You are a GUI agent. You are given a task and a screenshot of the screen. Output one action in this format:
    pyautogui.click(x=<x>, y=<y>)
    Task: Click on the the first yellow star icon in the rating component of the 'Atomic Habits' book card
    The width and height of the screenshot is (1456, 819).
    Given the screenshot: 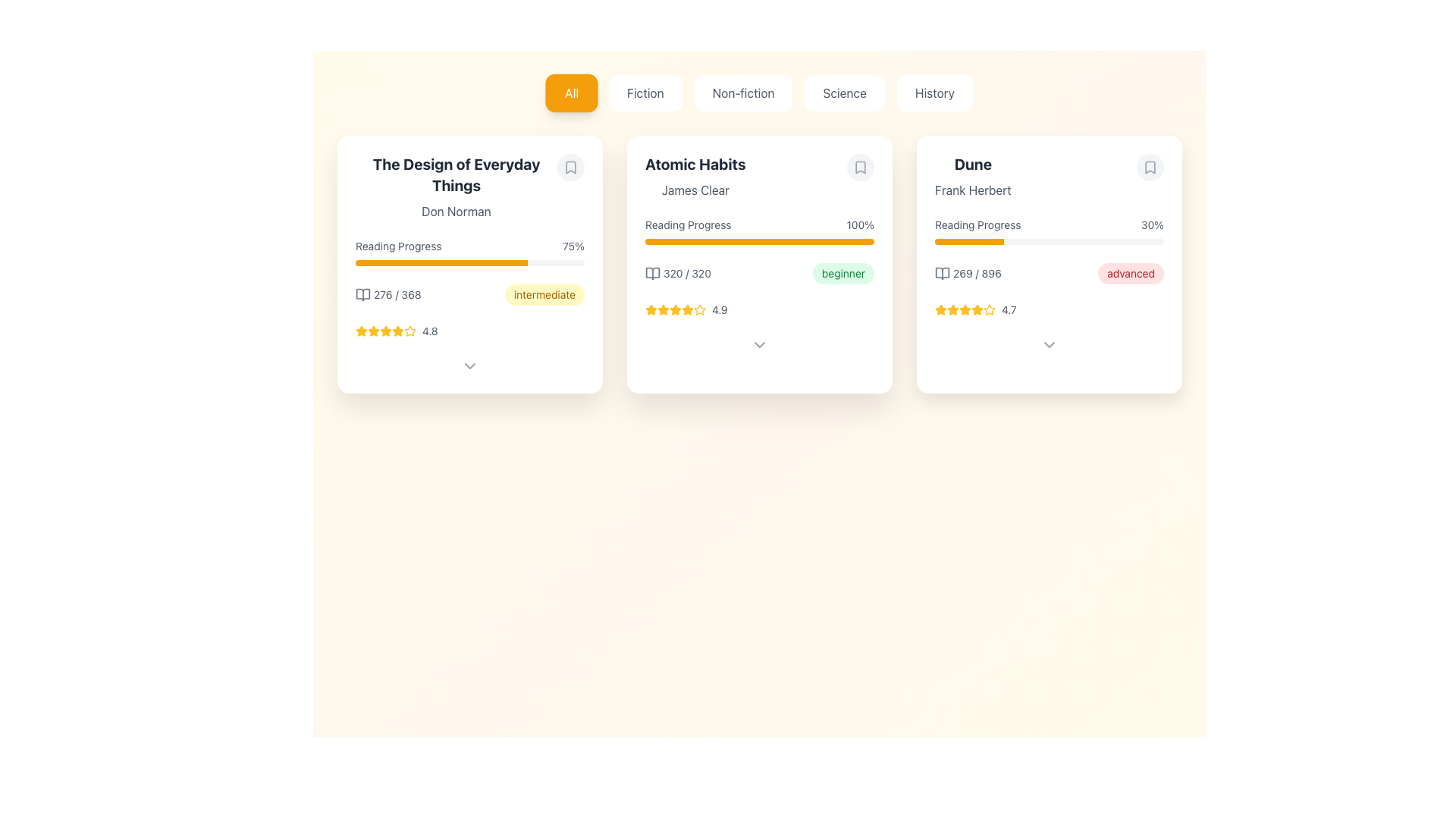 What is the action you would take?
    pyautogui.click(x=651, y=309)
    